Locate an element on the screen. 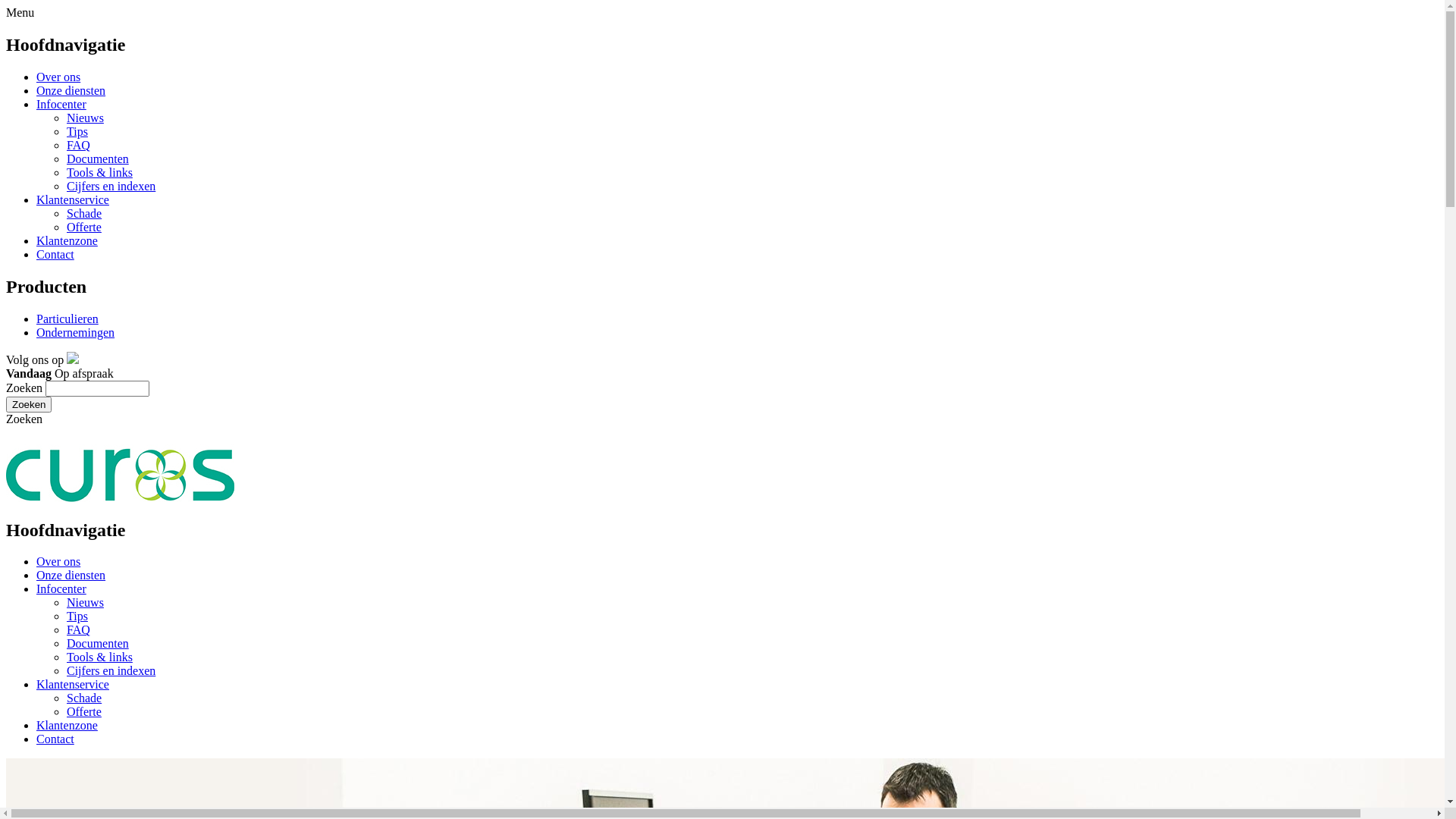 Image resolution: width=1456 pixels, height=819 pixels. 'Cijfers en indexen' is located at coordinates (110, 185).